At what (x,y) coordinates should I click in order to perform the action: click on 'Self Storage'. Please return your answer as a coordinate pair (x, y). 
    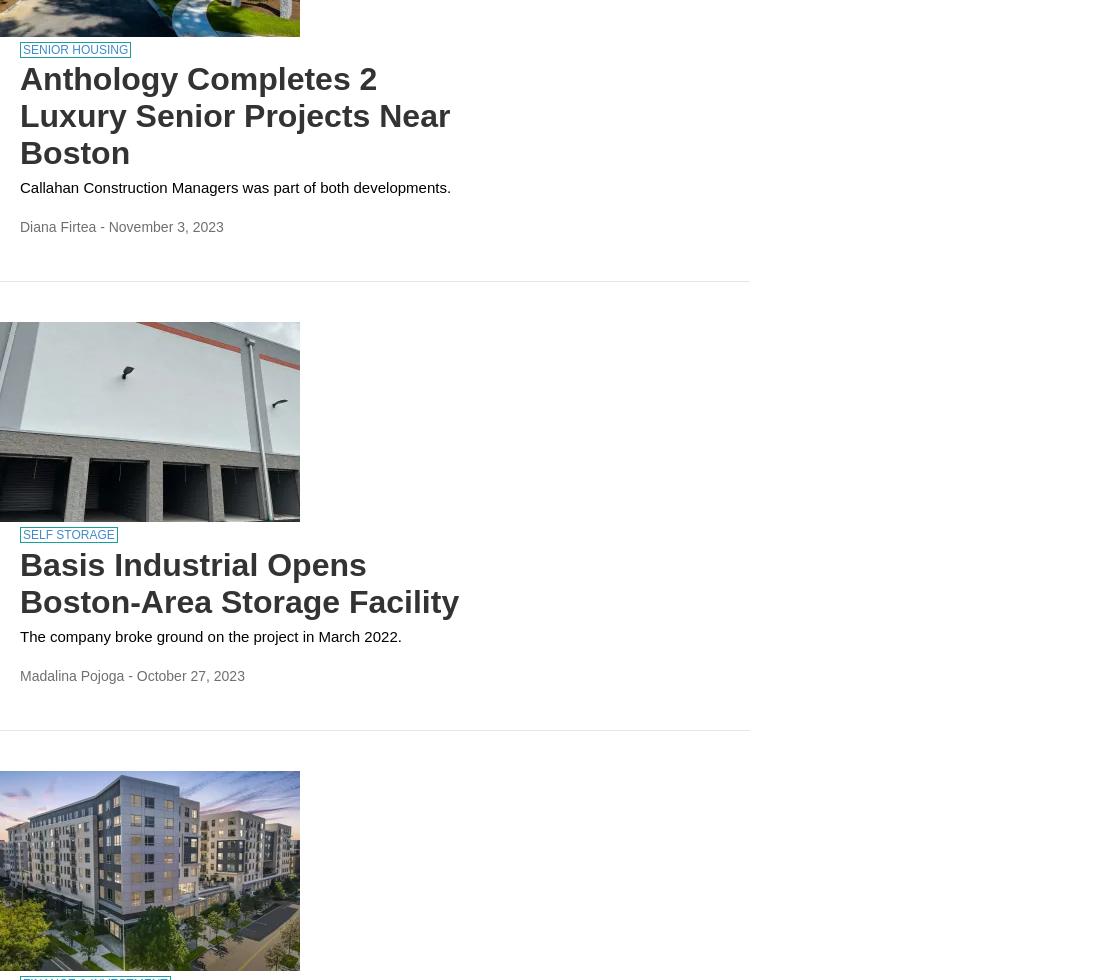
    Looking at the image, I should click on (67, 534).